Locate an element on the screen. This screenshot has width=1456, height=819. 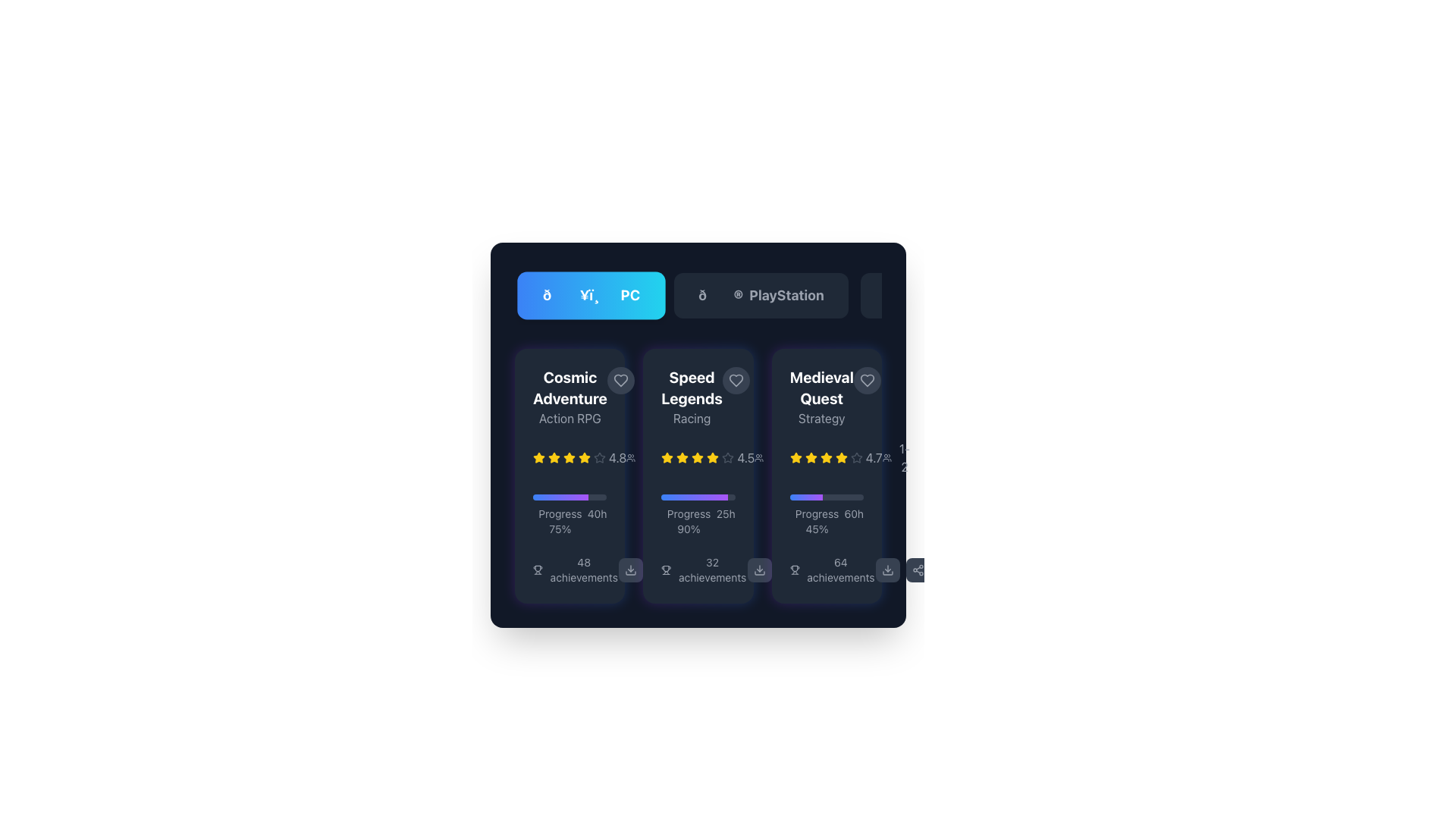
the bold yellow star-shaped rating icon, which is the first in a sequence of five stars located below the 'Medieval Quest' section in the third card of the display is located at coordinates (795, 457).